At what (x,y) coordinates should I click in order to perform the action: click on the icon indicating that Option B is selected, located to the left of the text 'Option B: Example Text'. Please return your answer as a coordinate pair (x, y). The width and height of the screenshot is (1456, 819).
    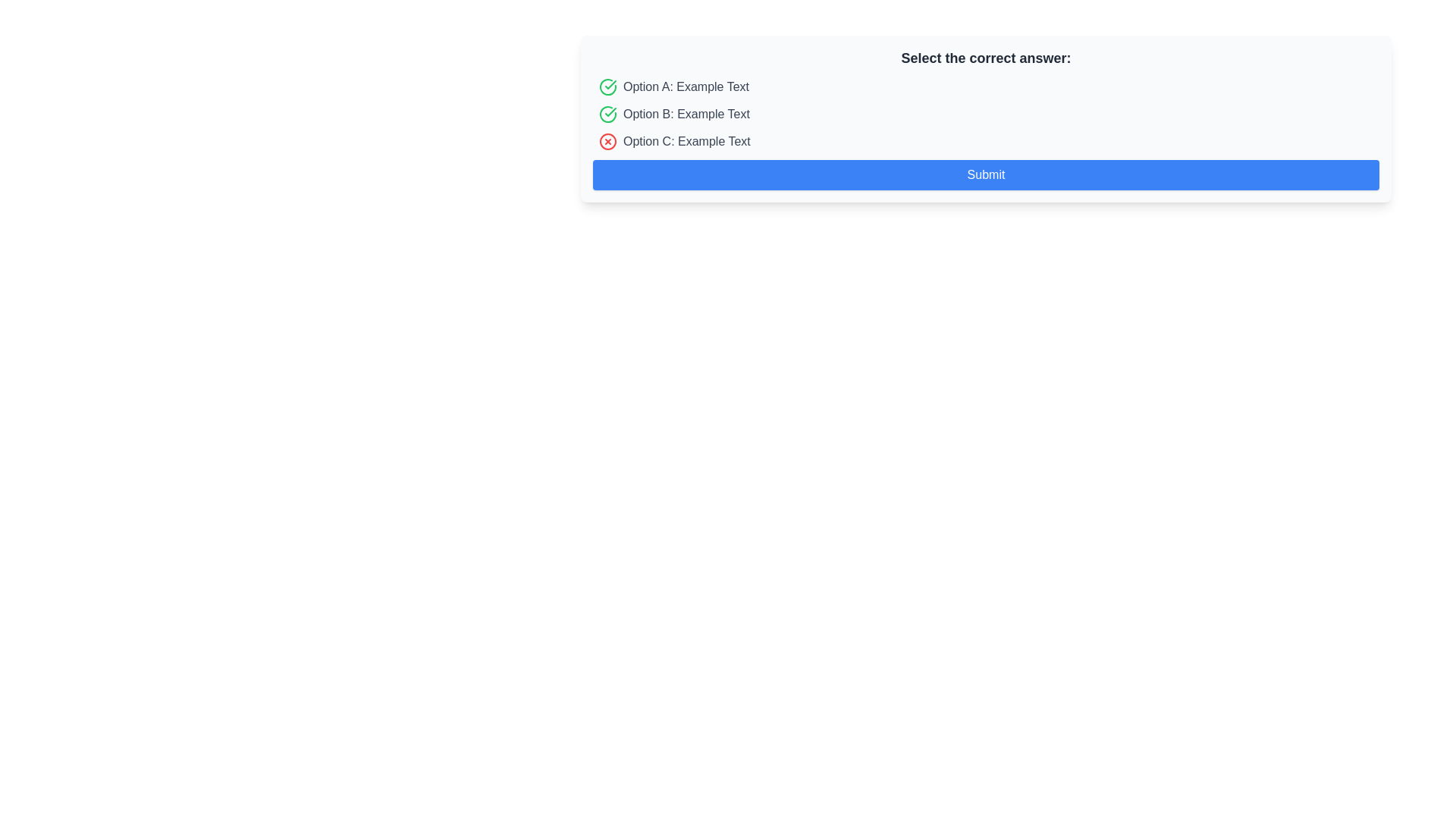
    Looking at the image, I should click on (607, 113).